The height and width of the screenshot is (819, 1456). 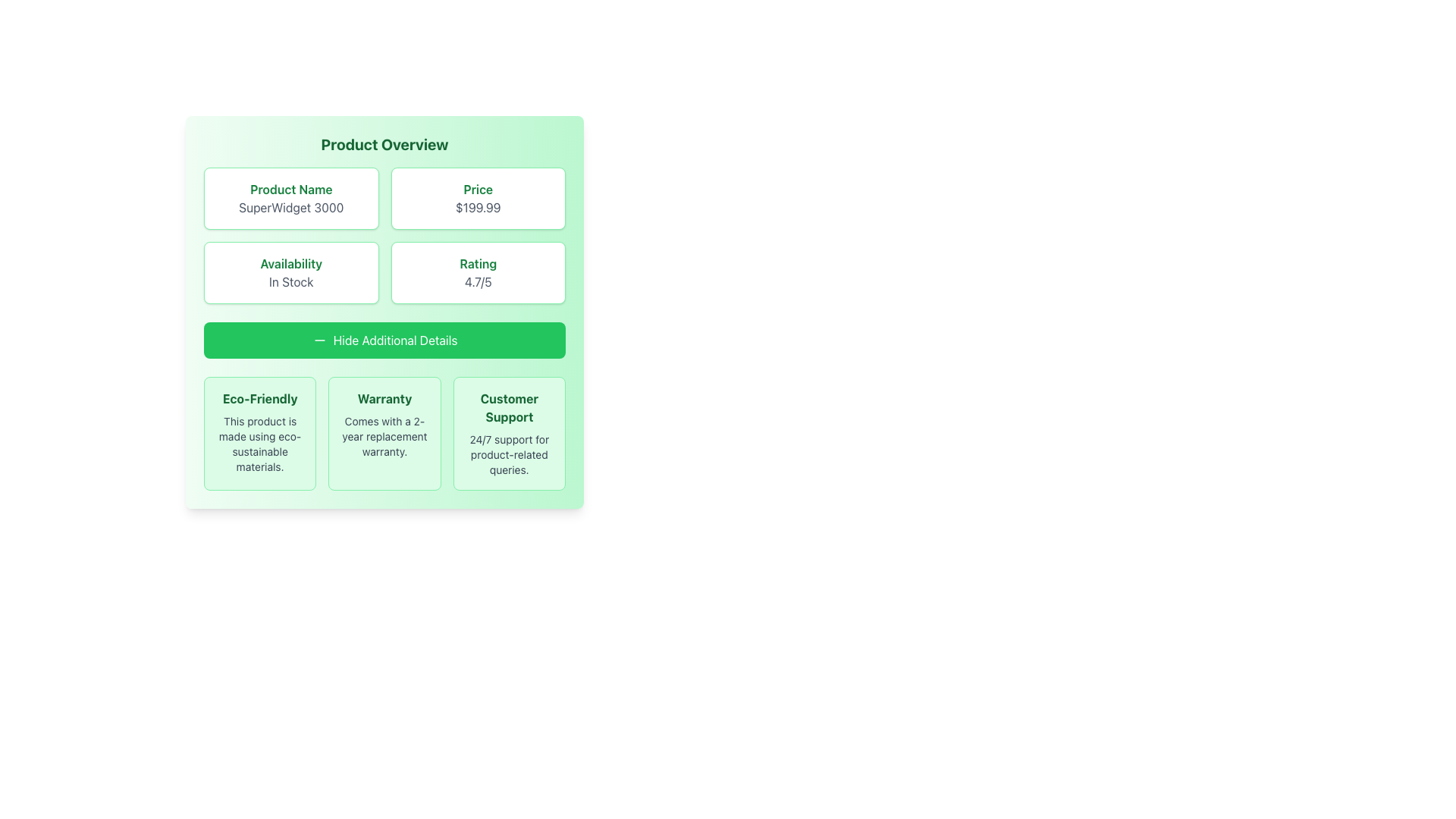 What do you see at coordinates (384, 436) in the screenshot?
I see `the warranty details text display, which informs the user about the 2-year replacement warranty and is located in the bottom-middle area of the interface` at bounding box center [384, 436].